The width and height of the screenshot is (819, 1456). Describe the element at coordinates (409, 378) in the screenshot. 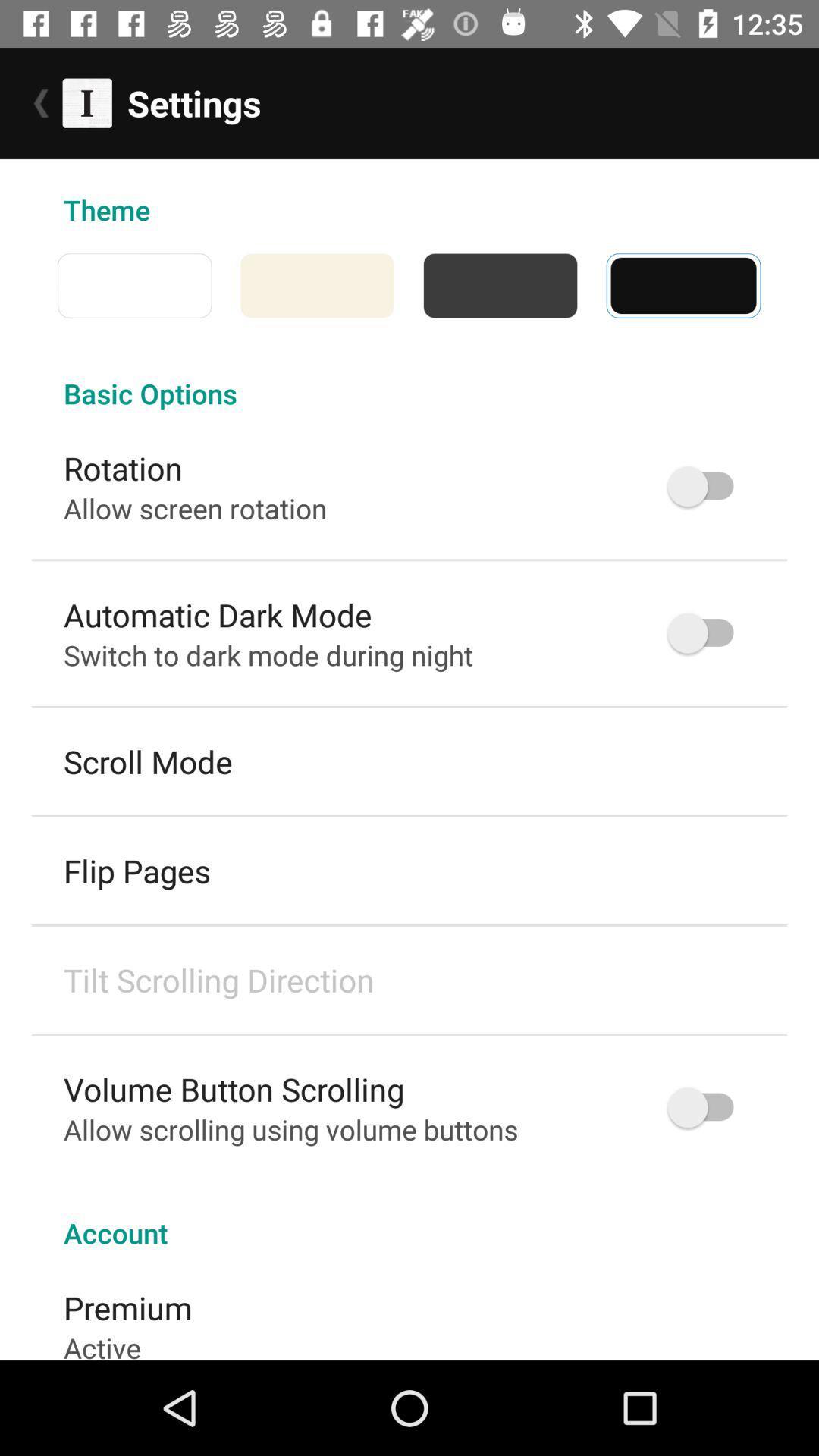

I see `the basic options item` at that location.